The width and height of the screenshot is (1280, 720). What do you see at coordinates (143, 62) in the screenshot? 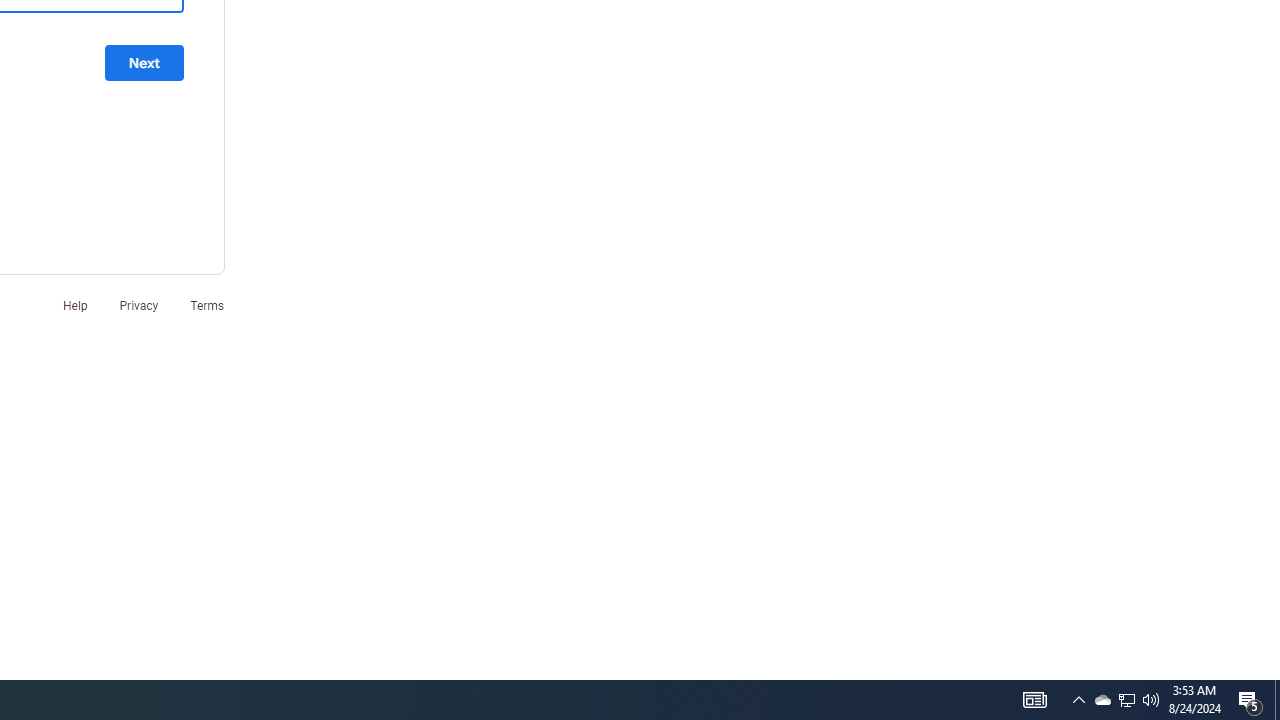
I see `'Next'` at bounding box center [143, 62].